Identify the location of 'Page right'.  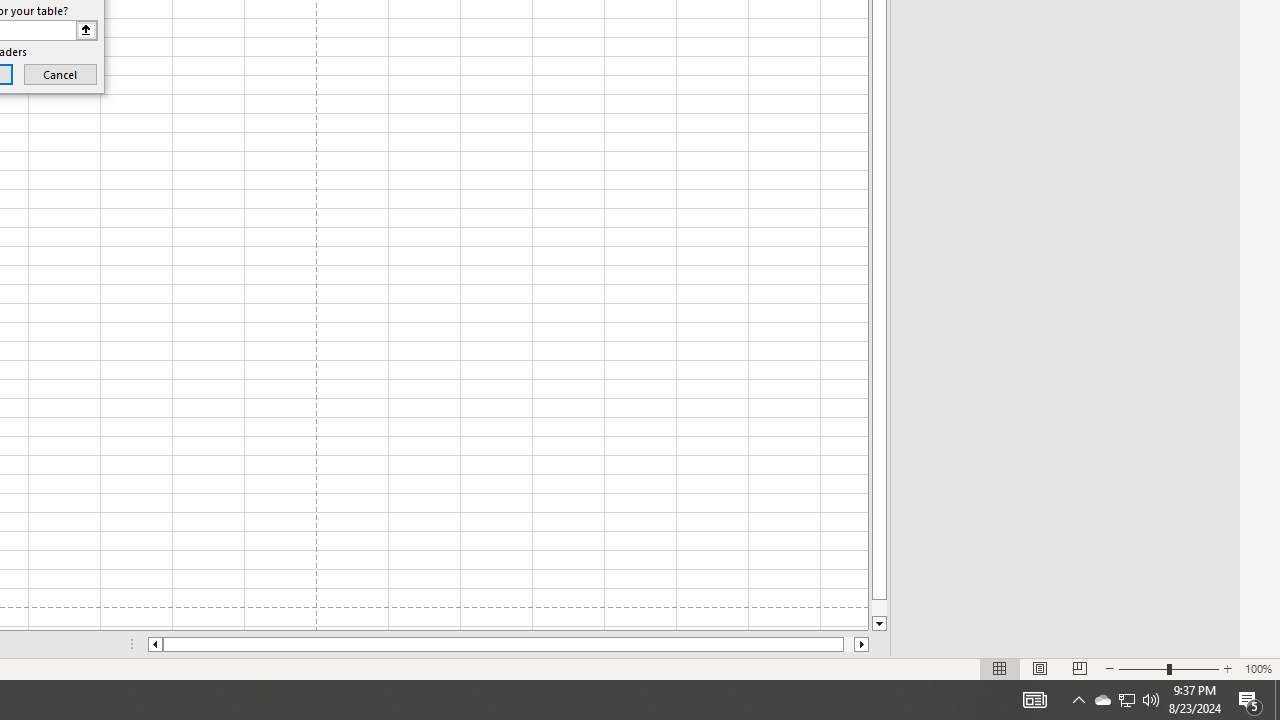
(848, 644).